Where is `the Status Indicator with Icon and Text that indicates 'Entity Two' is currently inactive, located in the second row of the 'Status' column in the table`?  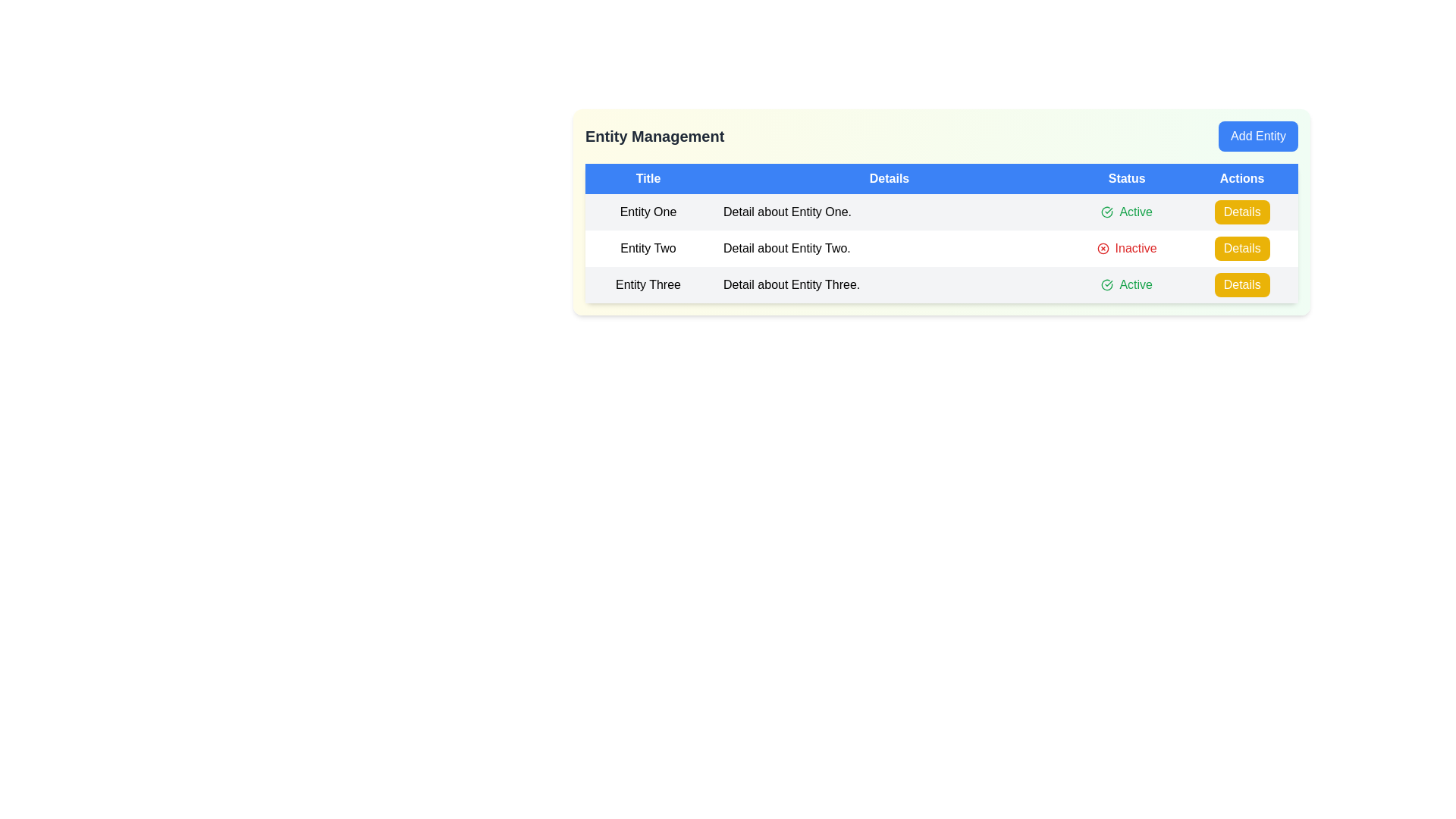 the Status Indicator with Icon and Text that indicates 'Entity Two' is currently inactive, located in the second row of the 'Status' column in the table is located at coordinates (1127, 247).